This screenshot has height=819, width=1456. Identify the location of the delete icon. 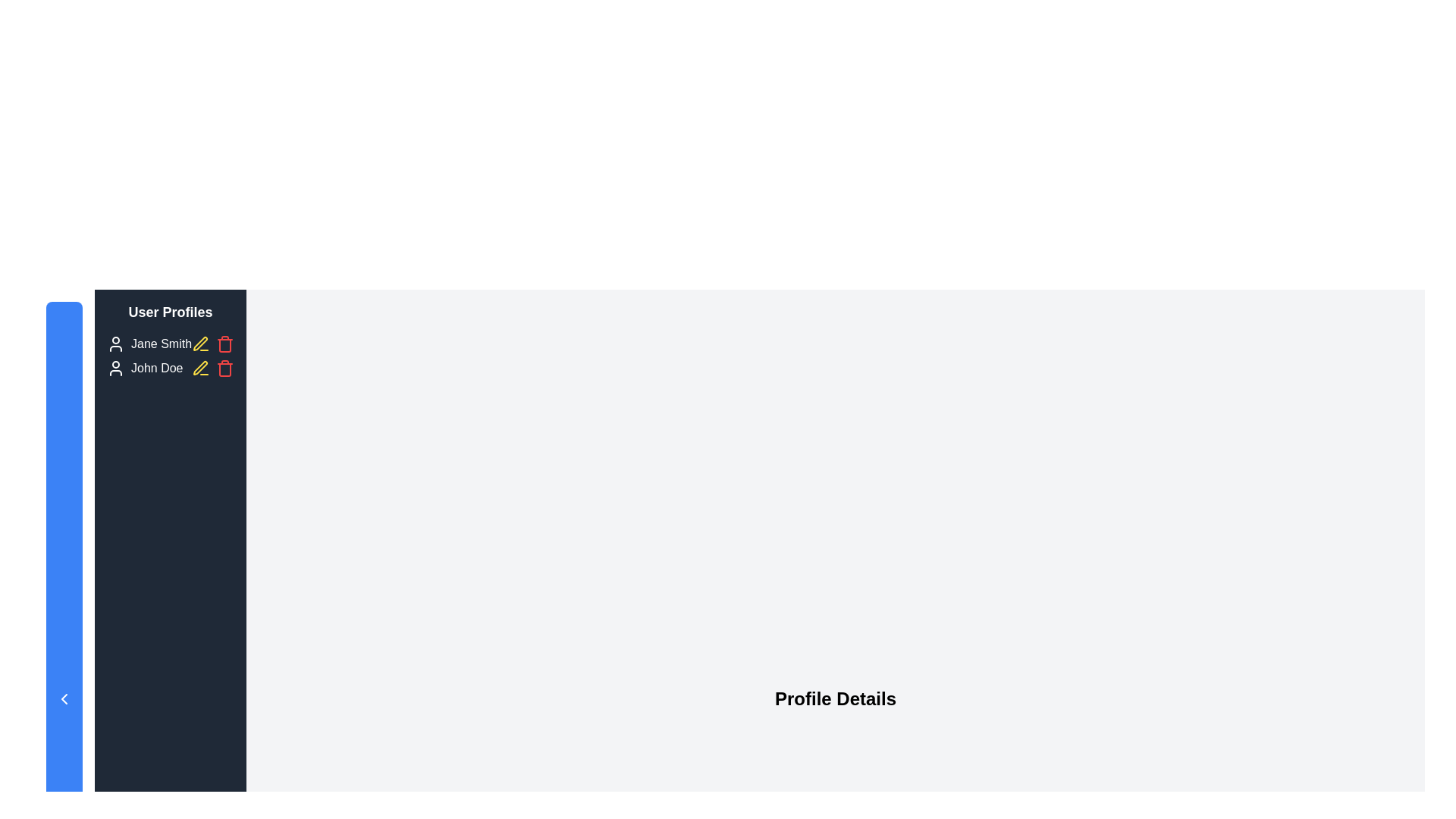
(224, 344).